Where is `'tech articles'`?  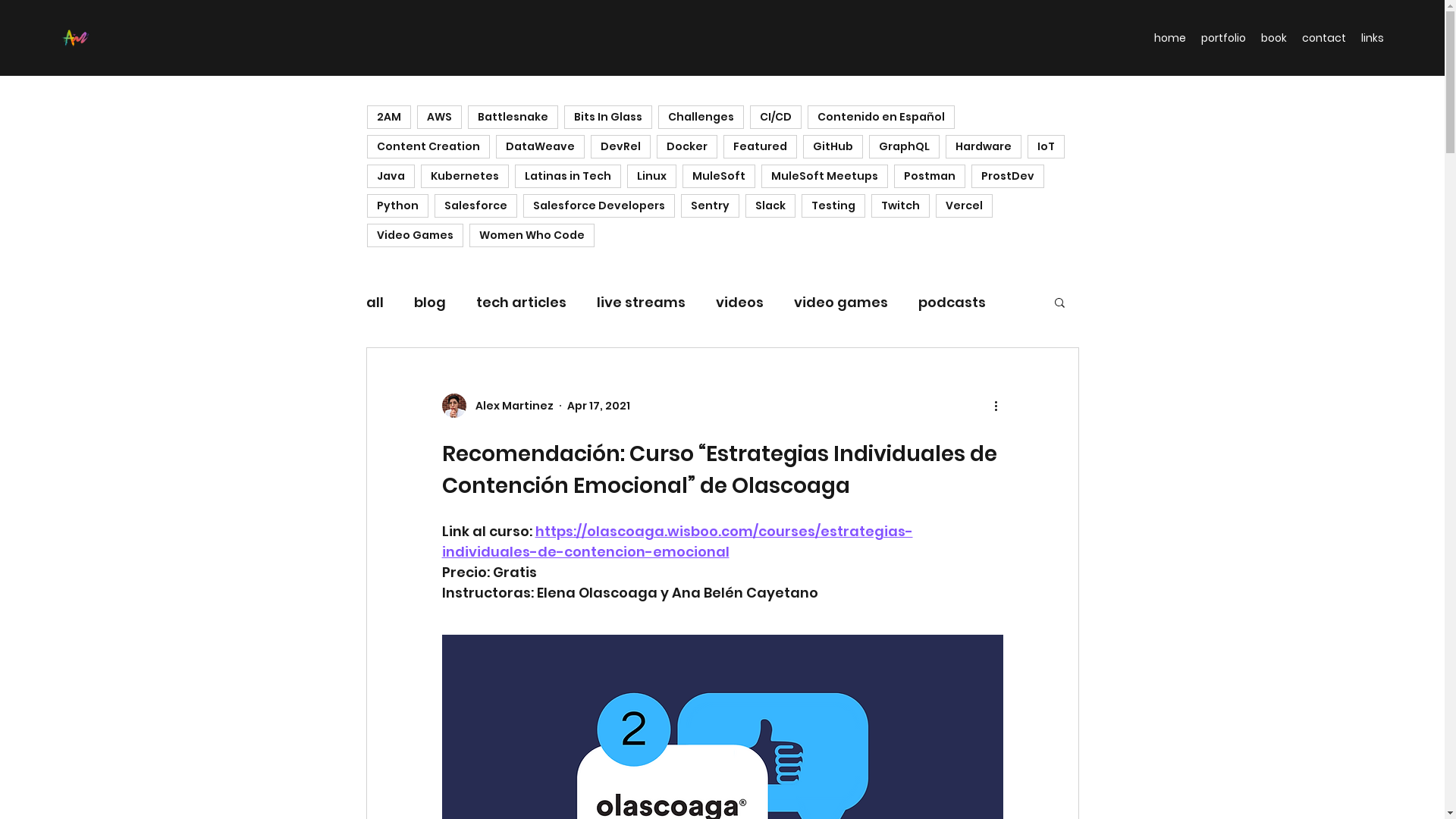
'tech articles' is located at coordinates (521, 301).